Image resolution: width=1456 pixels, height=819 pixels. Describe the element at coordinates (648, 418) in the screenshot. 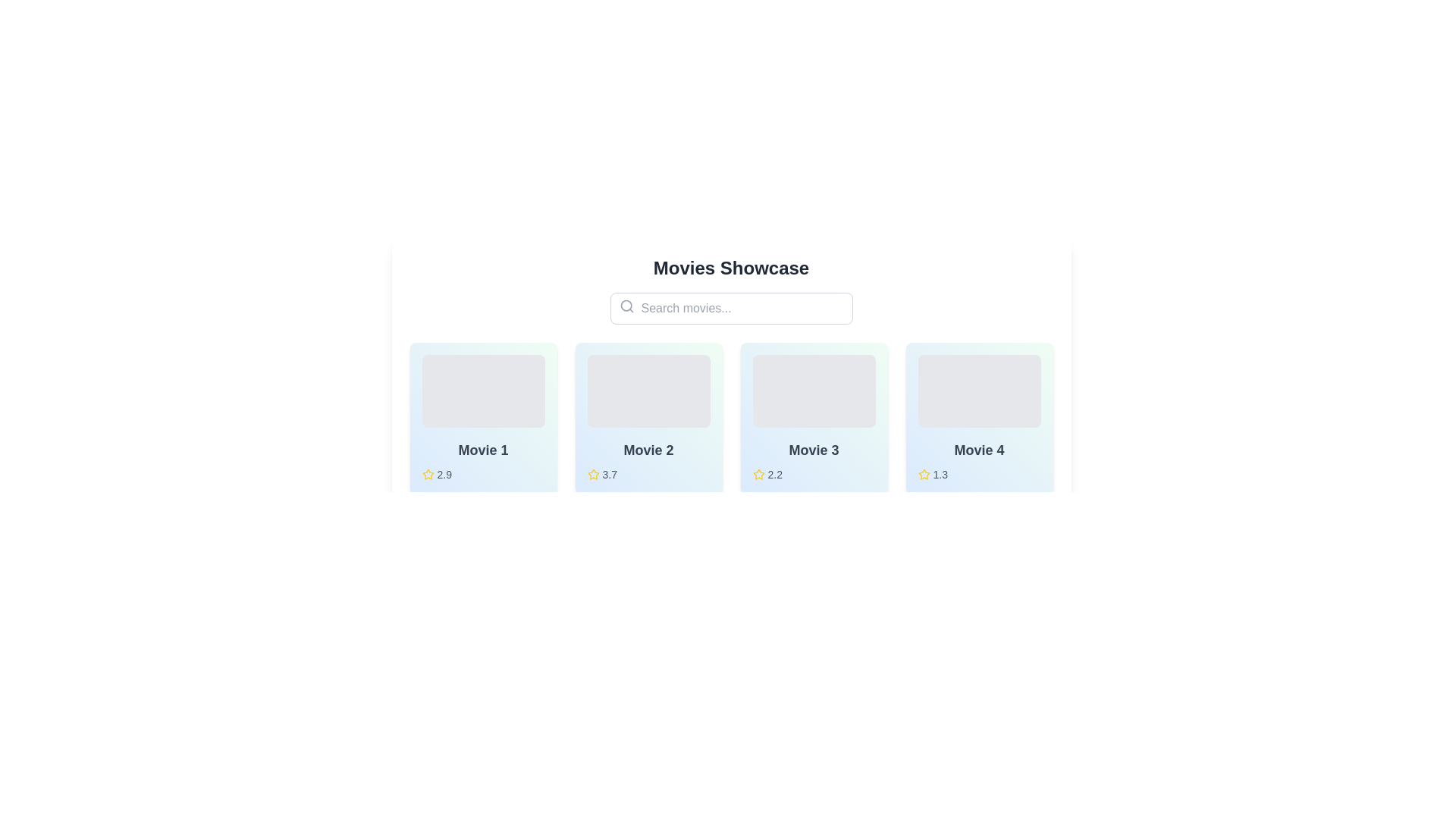

I see `the Informational Card displaying movie information for 'Movie 2' rated 3.7, which is the second card in a horizontal grid layout of movie cards` at that location.